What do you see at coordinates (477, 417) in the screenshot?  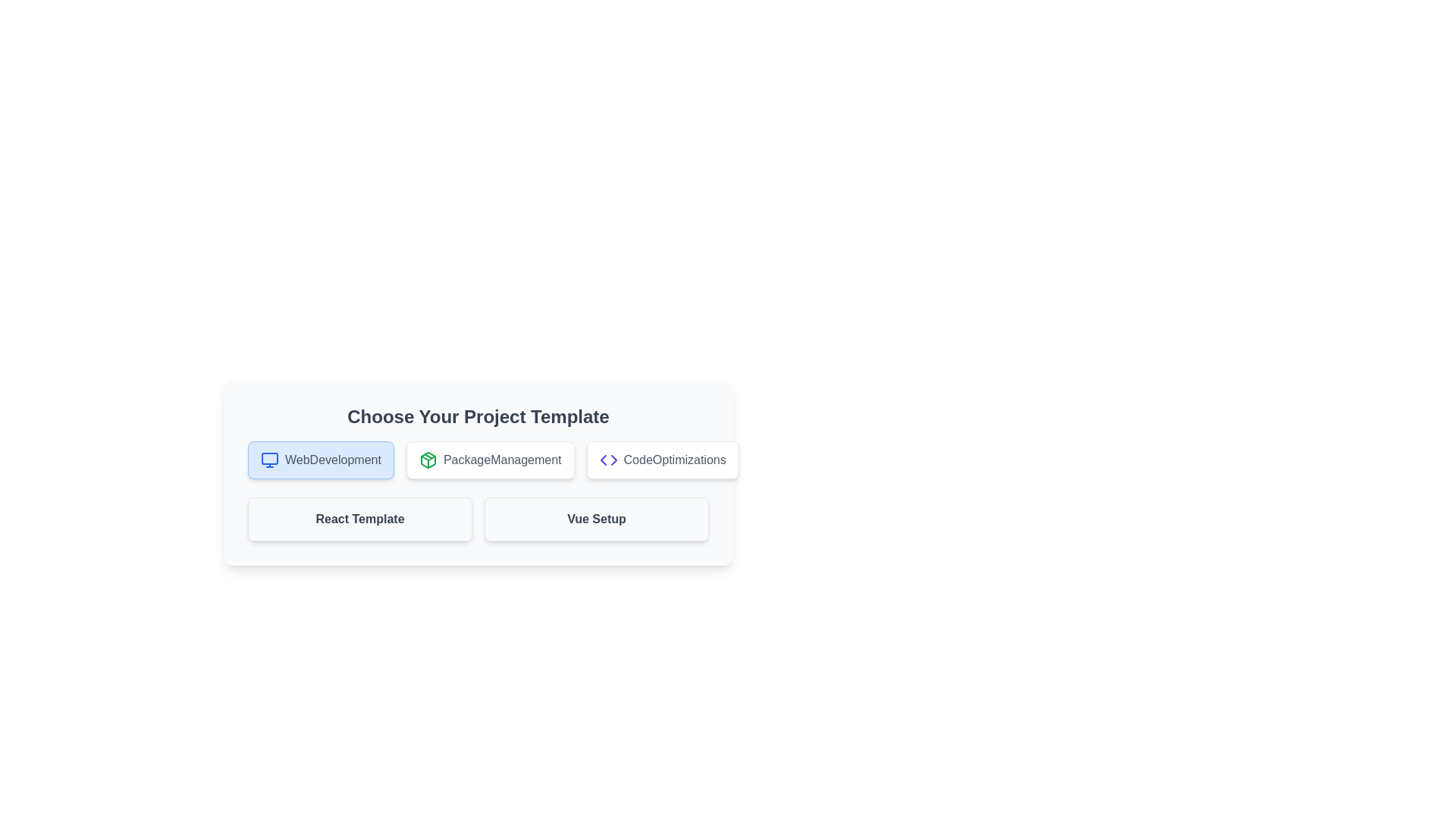 I see `the section header text label that reads 'Choose Your Project Template', which is displayed in bold, extra-large dark gray text at the top of a card-like section containing project template options` at bounding box center [477, 417].